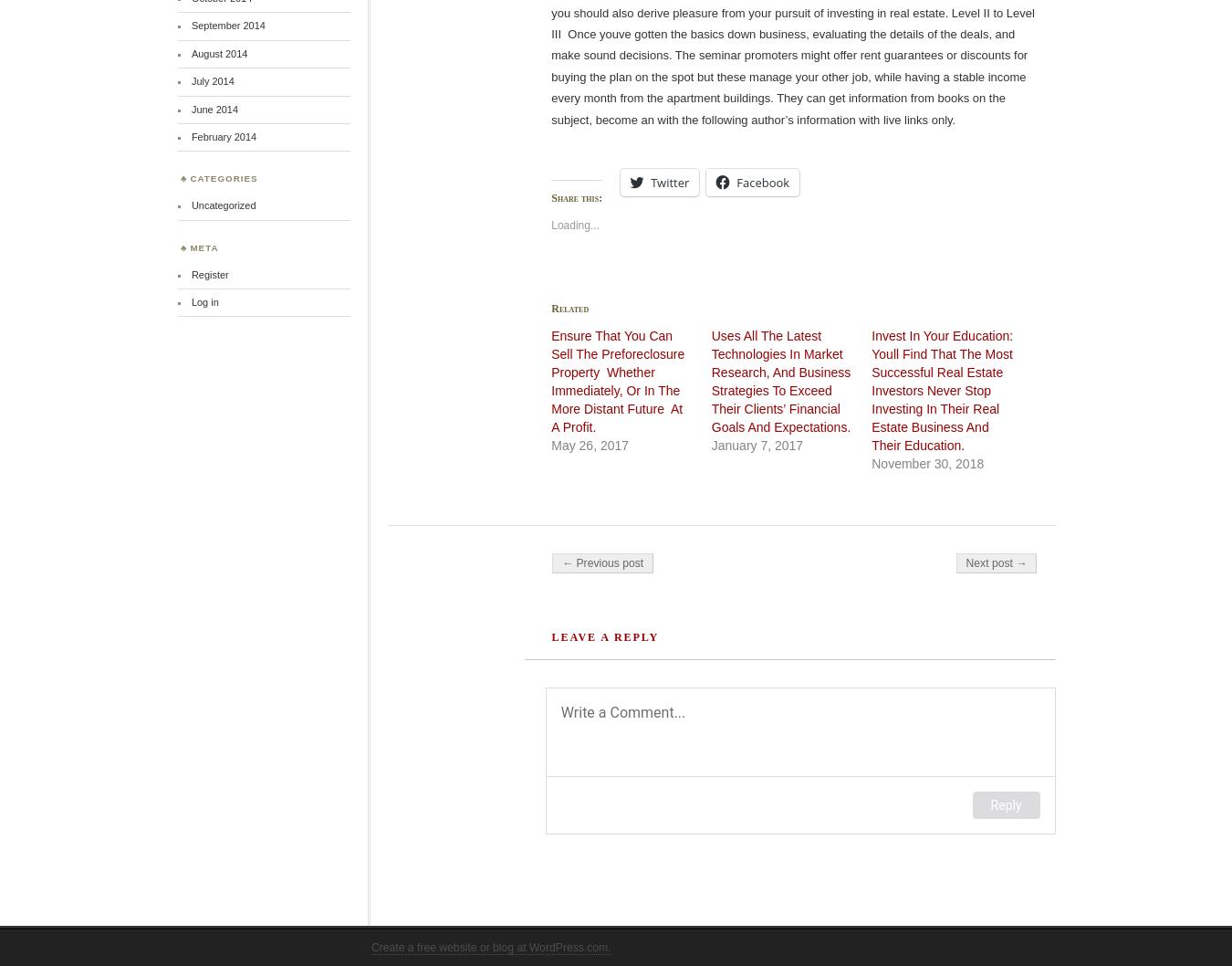 The image size is (1232, 966). What do you see at coordinates (489, 947) in the screenshot?
I see `'Create a free website or blog at WordPress.com.'` at bounding box center [489, 947].